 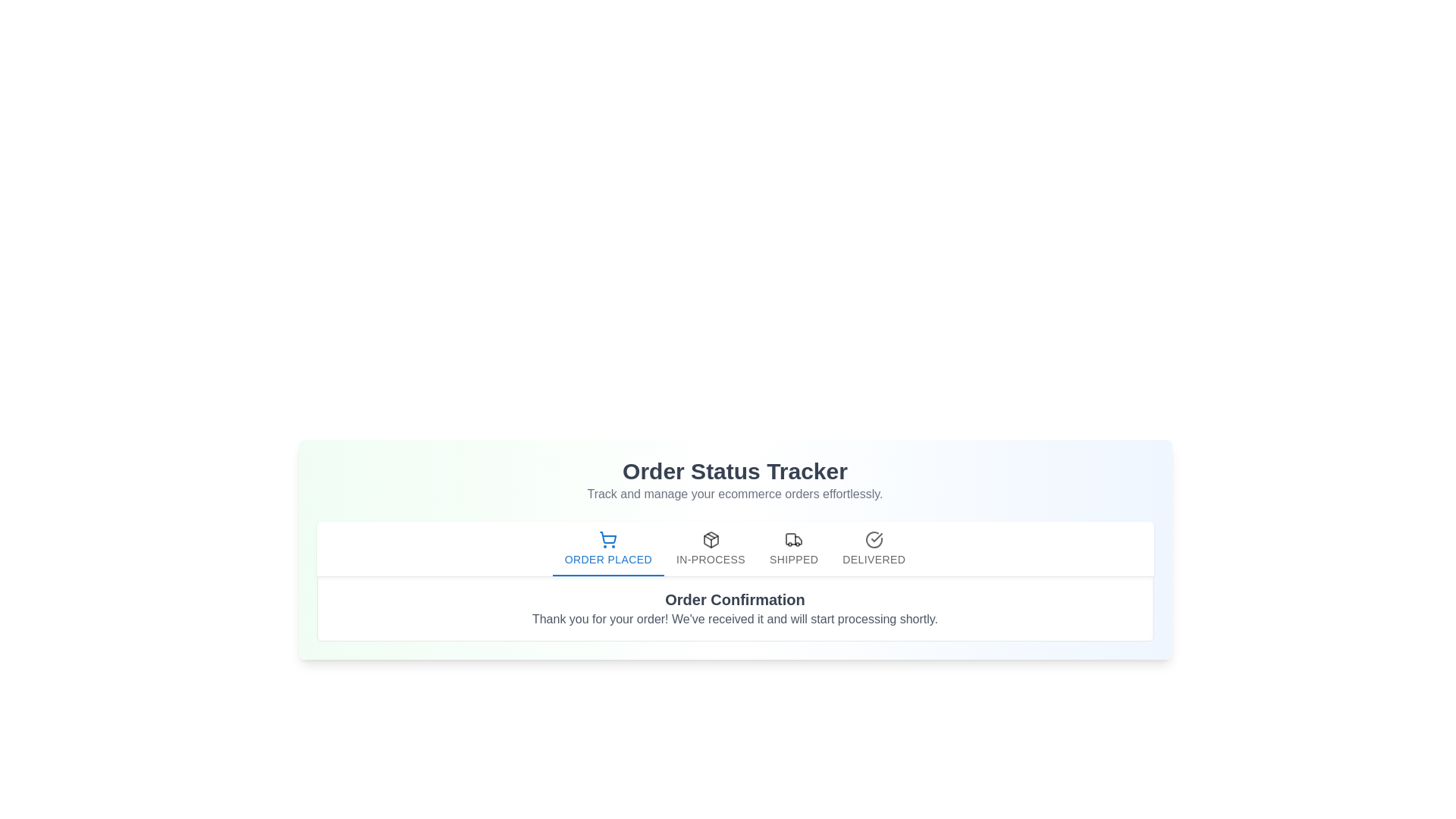 I want to click on the Navigation Tab Button, which is the second button in a horizontal list of four, positioned between 'Order Placed' and 'Shipped' buttons, so click(x=710, y=549).